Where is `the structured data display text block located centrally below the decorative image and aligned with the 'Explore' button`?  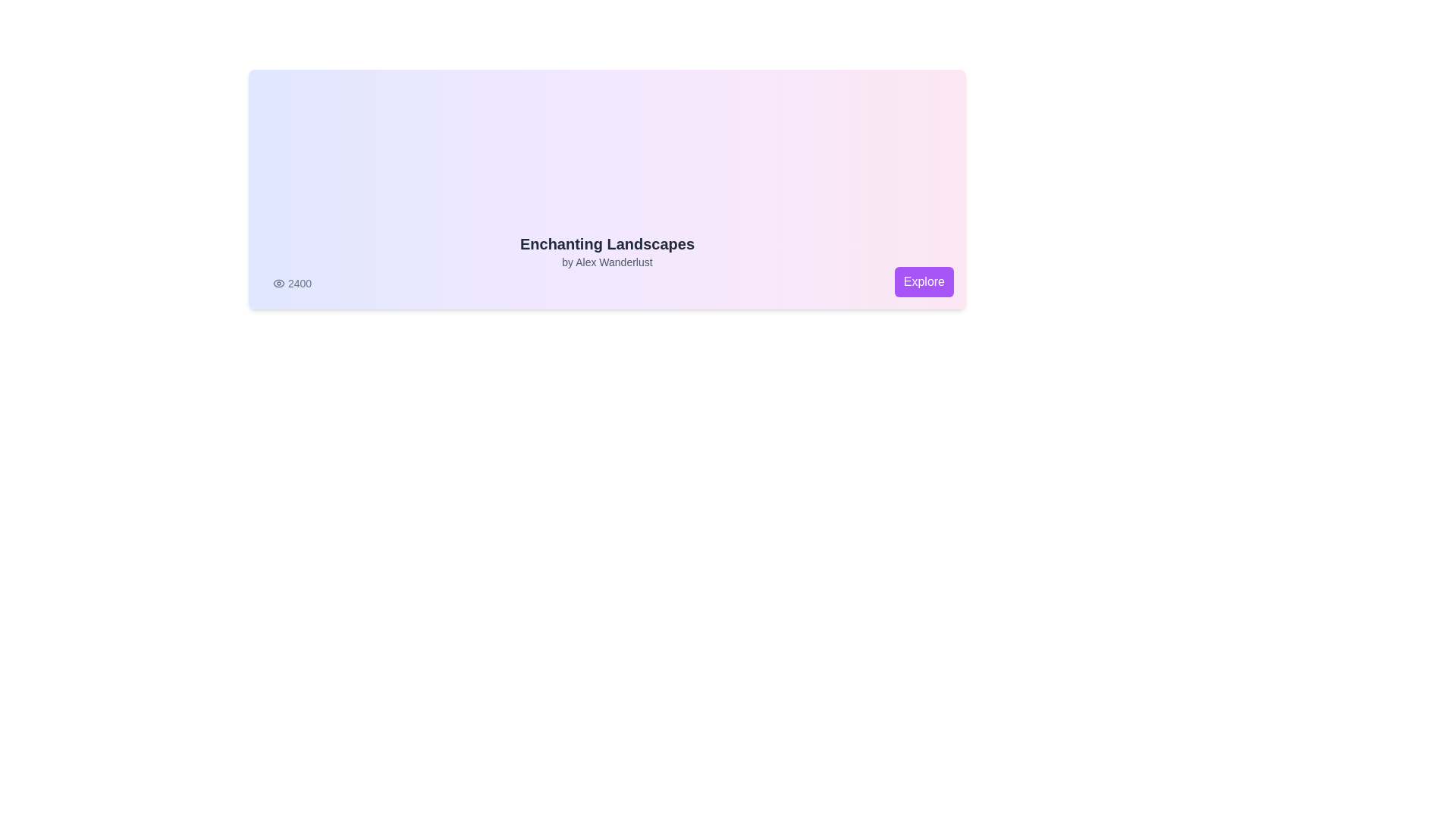
the structured data display text block located centrally below the decorative image and aligned with the 'Explore' button is located at coordinates (607, 262).